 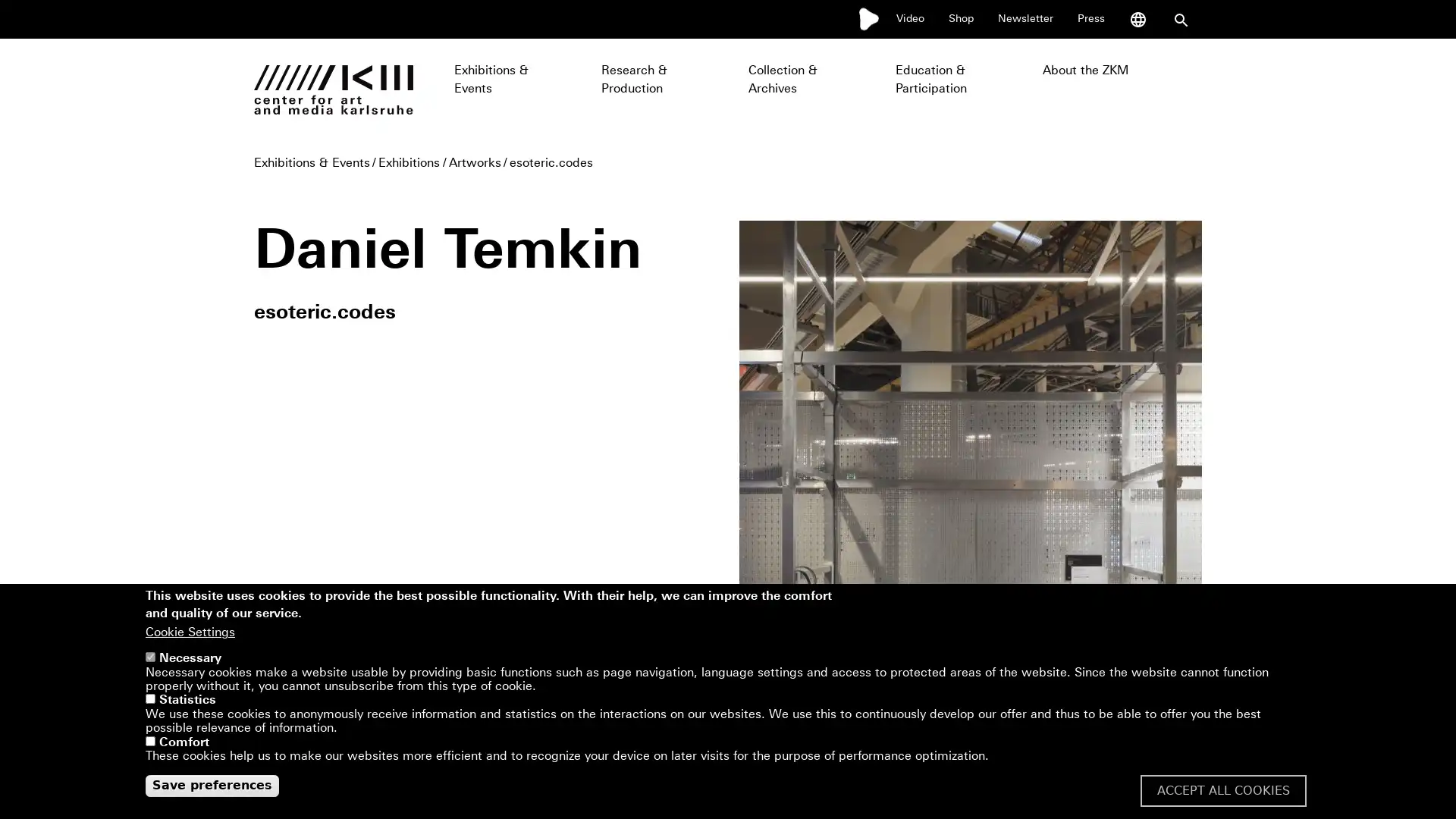 What do you see at coordinates (189, 632) in the screenshot?
I see `Cookie Settings` at bounding box center [189, 632].